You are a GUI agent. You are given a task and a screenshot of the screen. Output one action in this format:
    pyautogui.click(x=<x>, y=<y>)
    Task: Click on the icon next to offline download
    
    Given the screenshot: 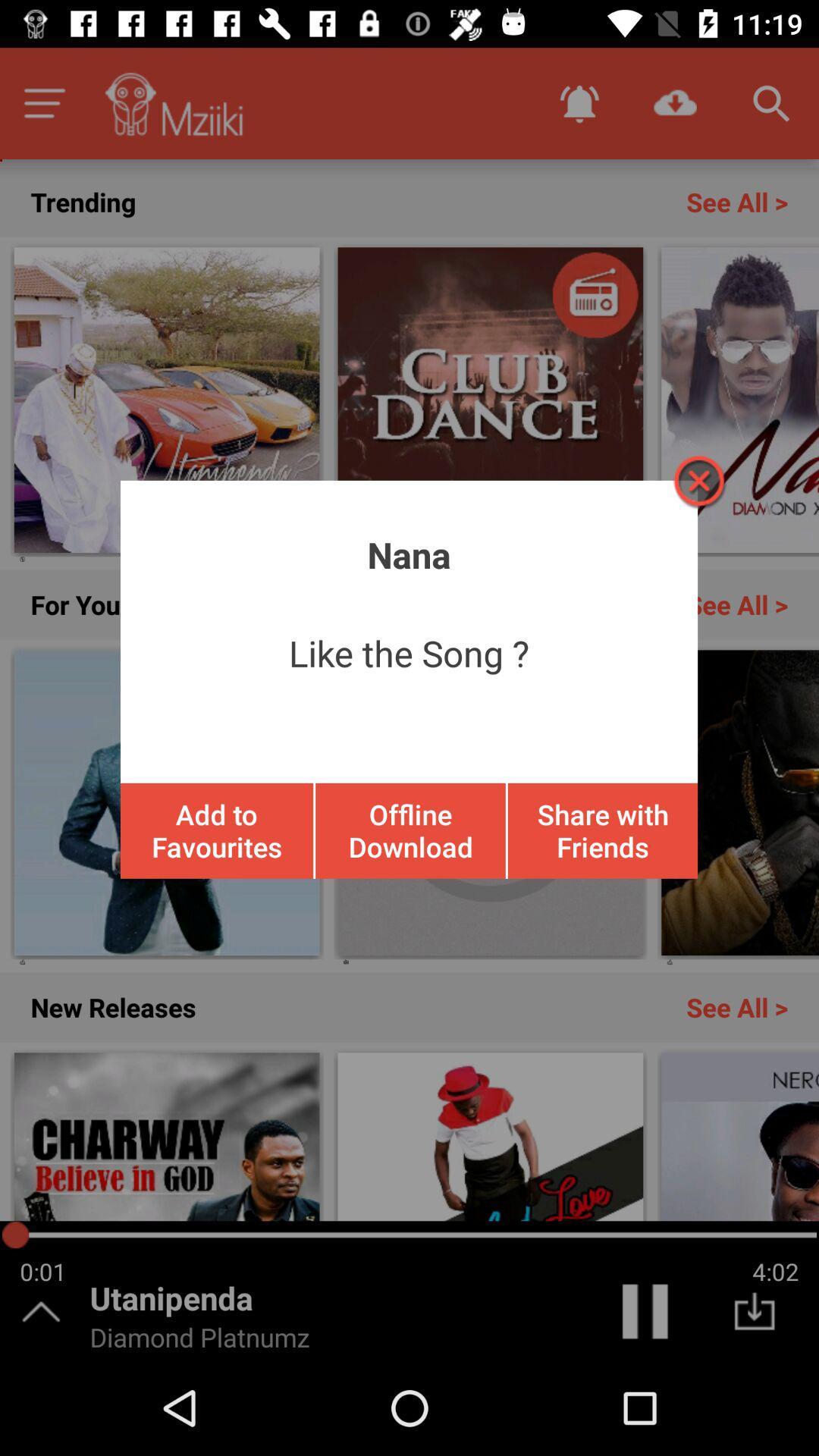 What is the action you would take?
    pyautogui.click(x=601, y=830)
    